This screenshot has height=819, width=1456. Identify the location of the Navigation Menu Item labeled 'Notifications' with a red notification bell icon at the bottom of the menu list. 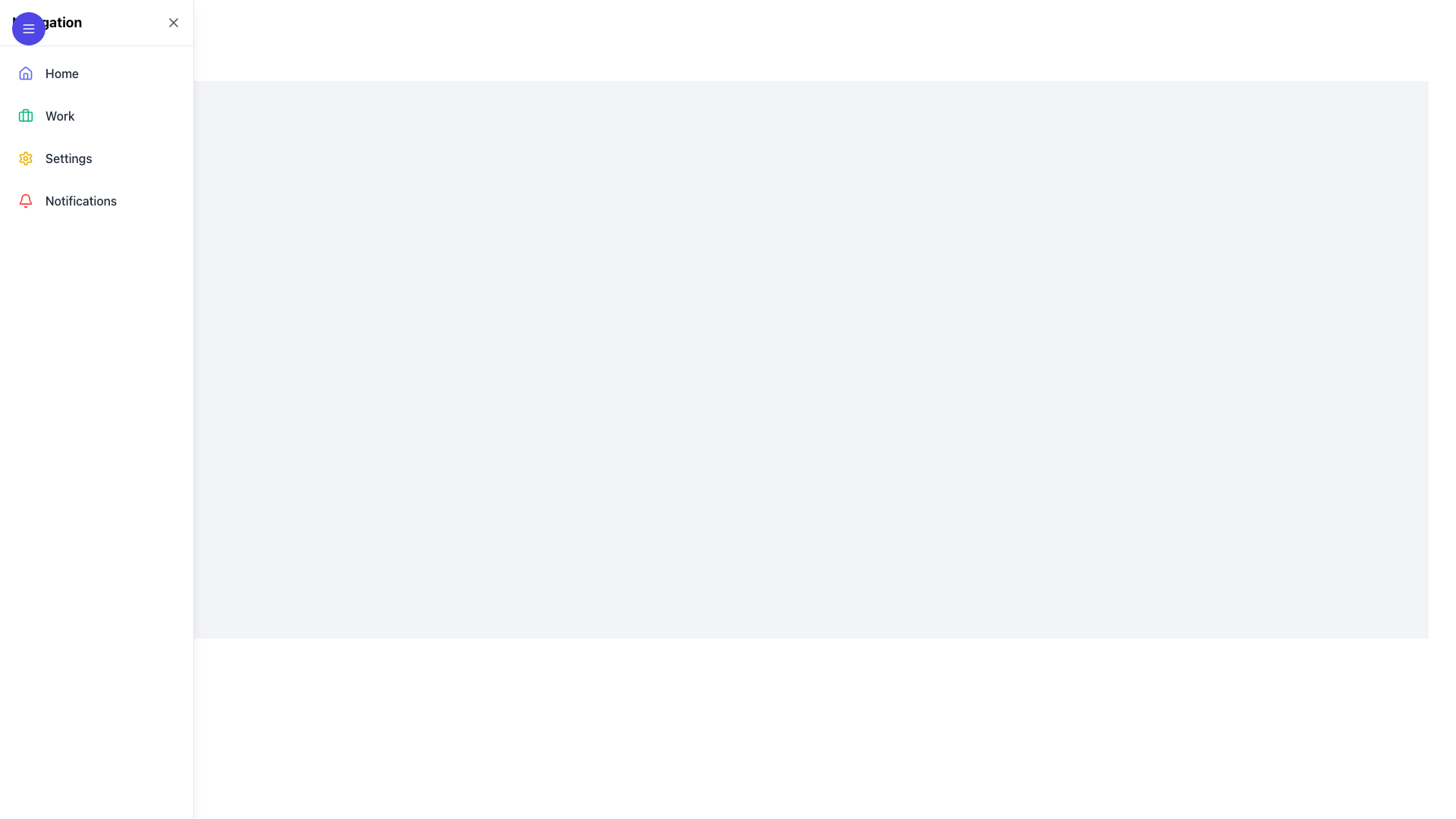
(96, 200).